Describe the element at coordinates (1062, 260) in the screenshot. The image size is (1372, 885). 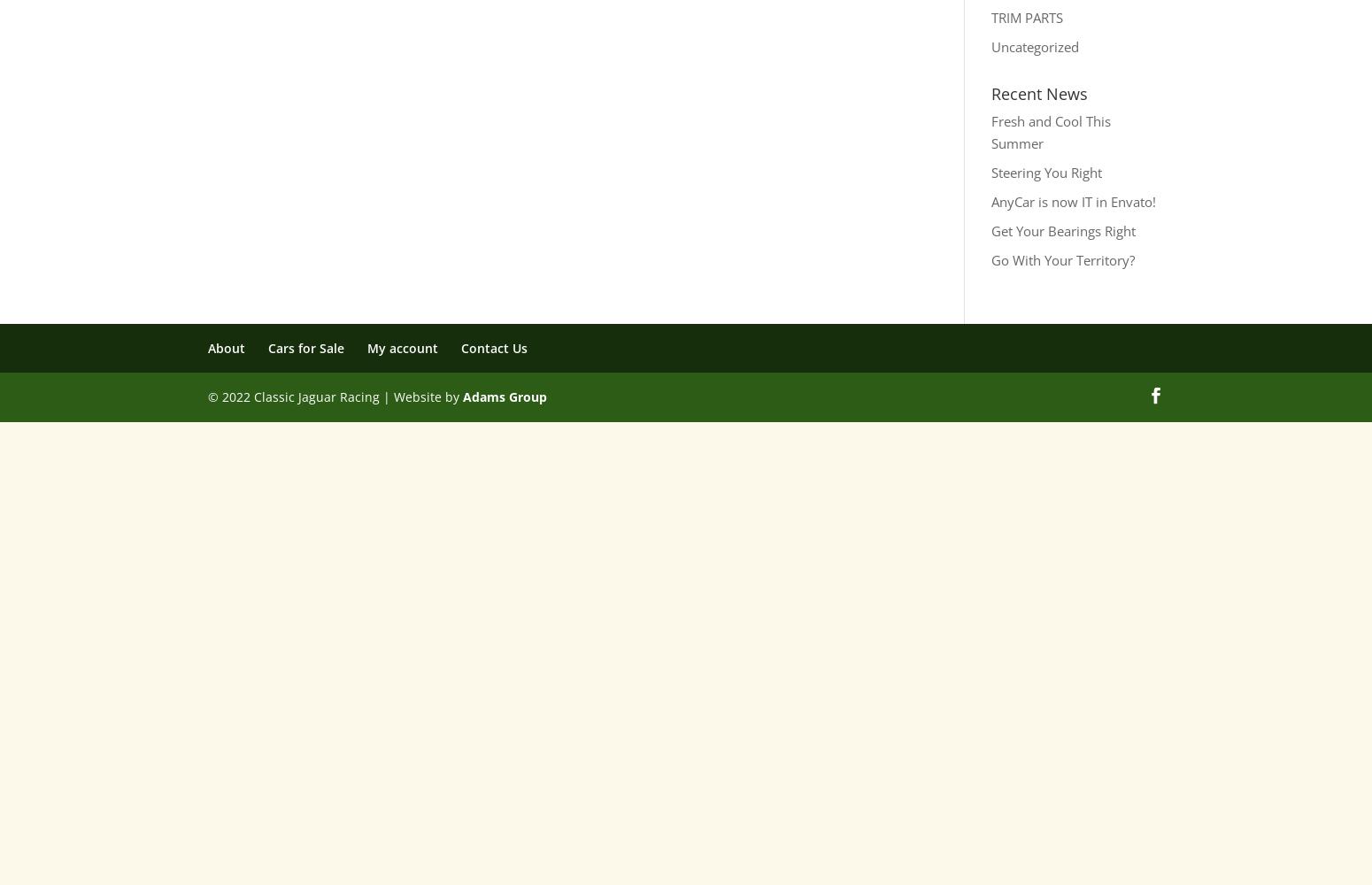
I see `'Go With Your Territory?'` at that location.